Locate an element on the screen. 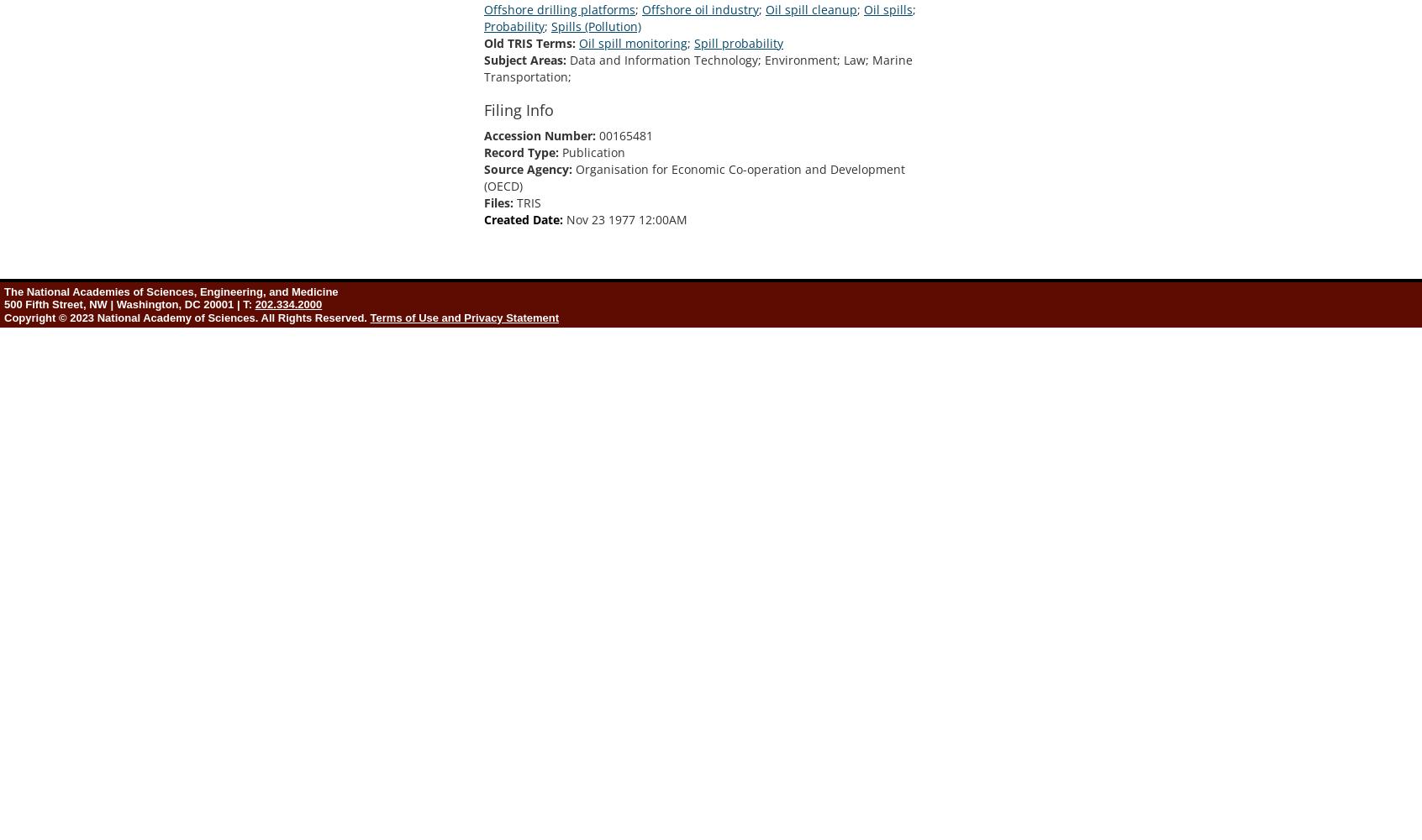  'Oil spill monitoring' is located at coordinates (632, 42).